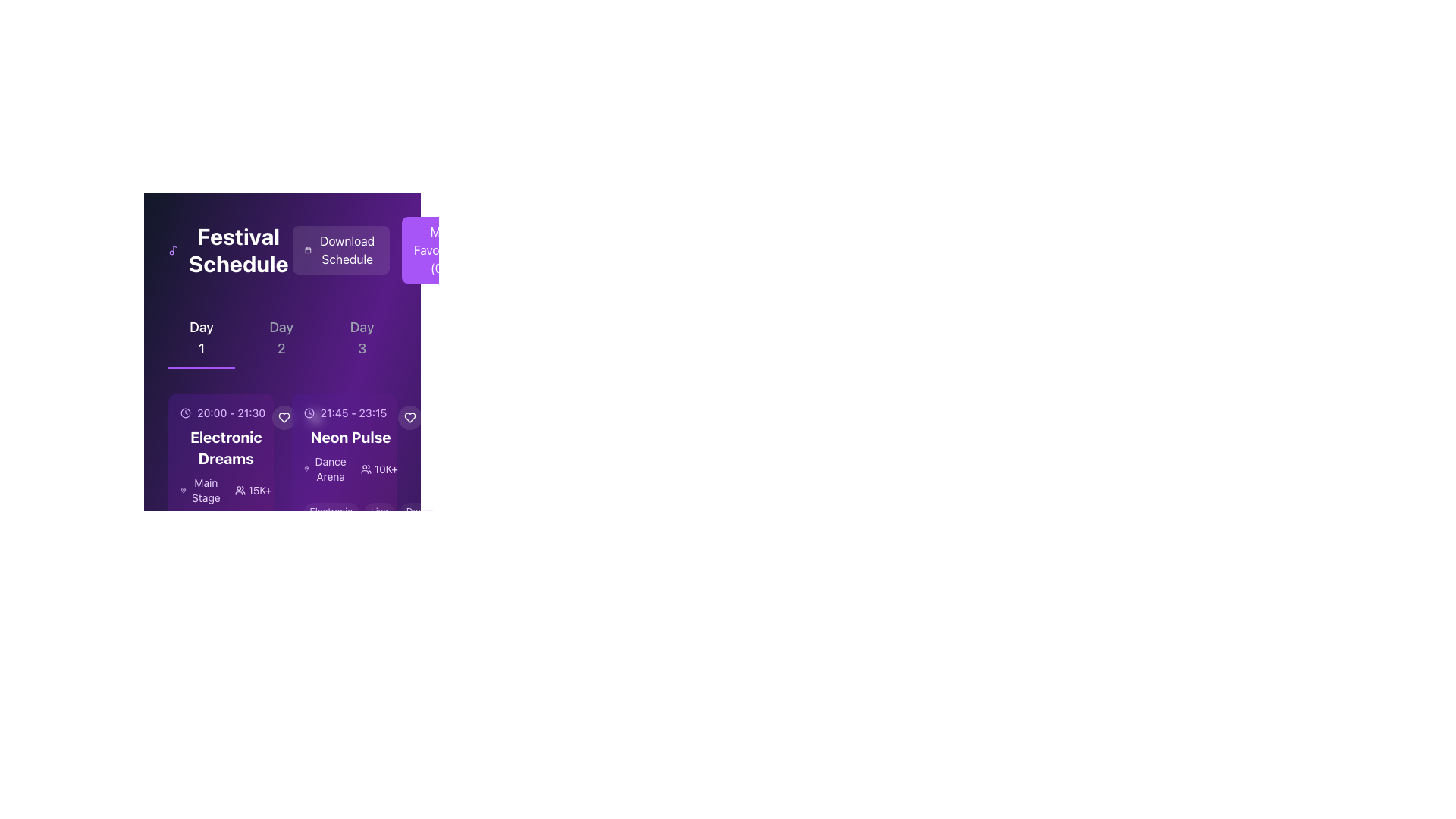 This screenshot has width=1456, height=819. What do you see at coordinates (282, 337) in the screenshot?
I see `the 'Day 2' label in the horizontal layout of schedule tabs` at bounding box center [282, 337].